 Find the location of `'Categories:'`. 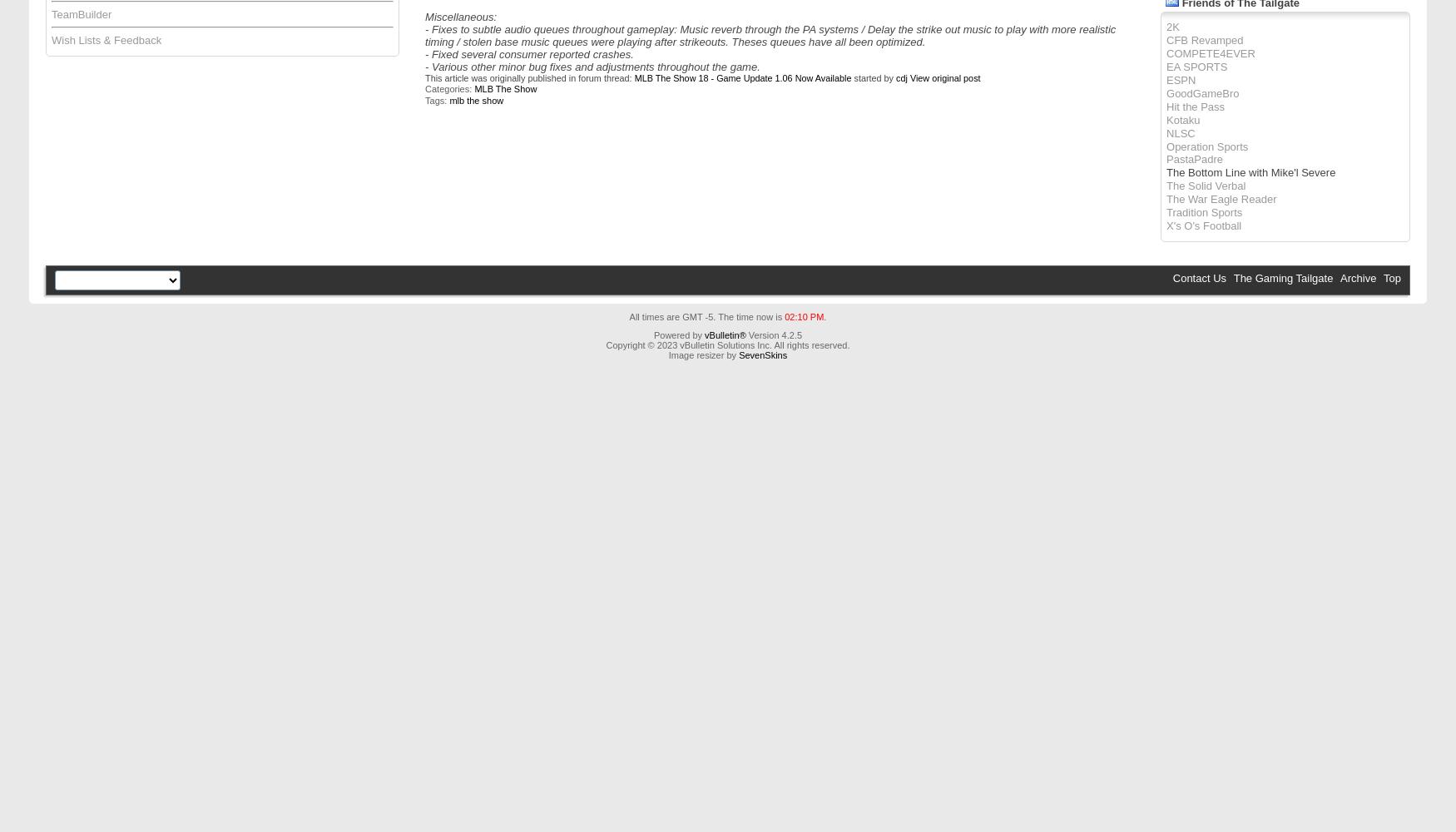

'Categories:' is located at coordinates (448, 88).